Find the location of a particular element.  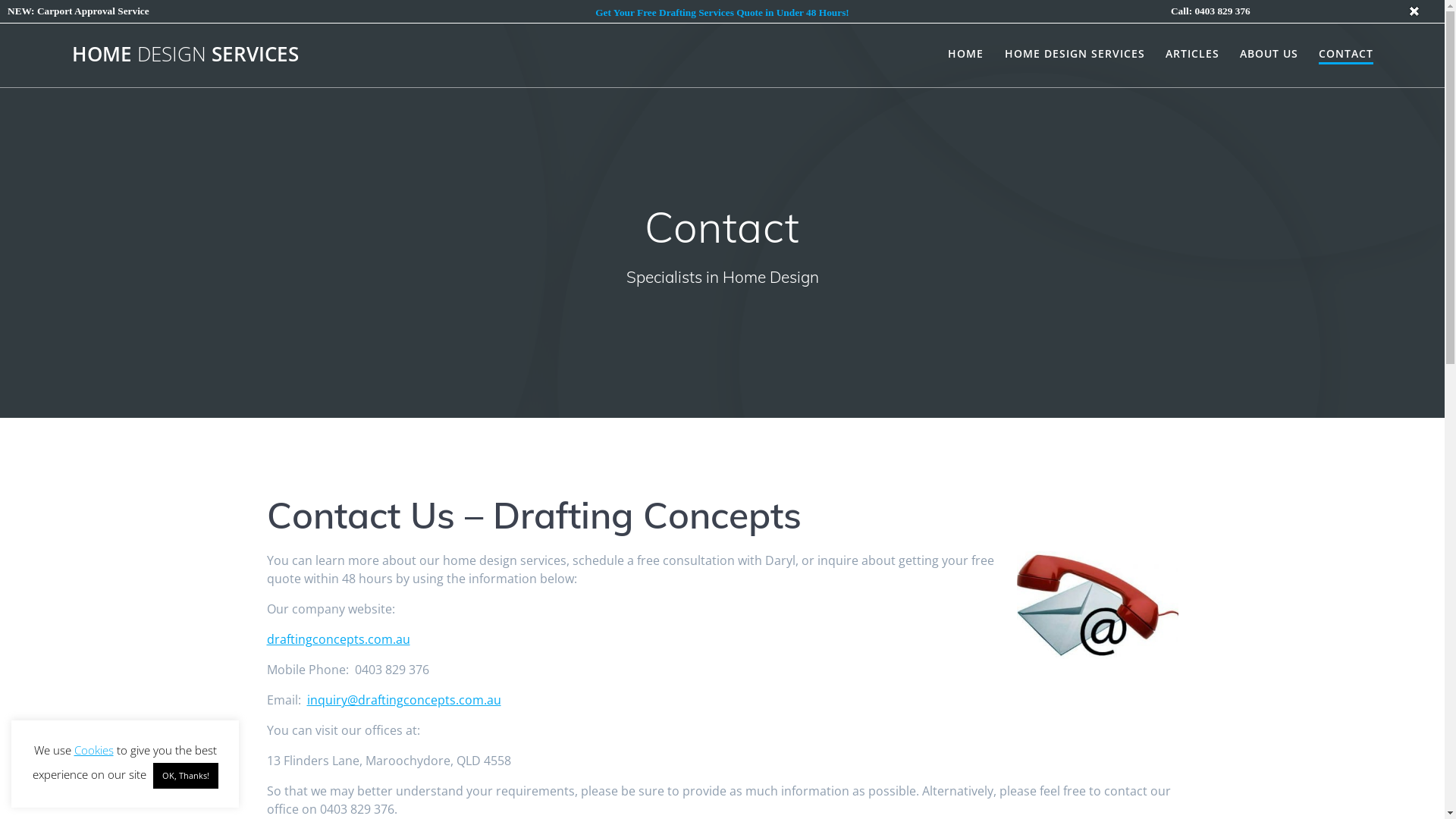

'Get Your Free Drafting Services Quote in Under 48 Hours!' is located at coordinates (721, 12).